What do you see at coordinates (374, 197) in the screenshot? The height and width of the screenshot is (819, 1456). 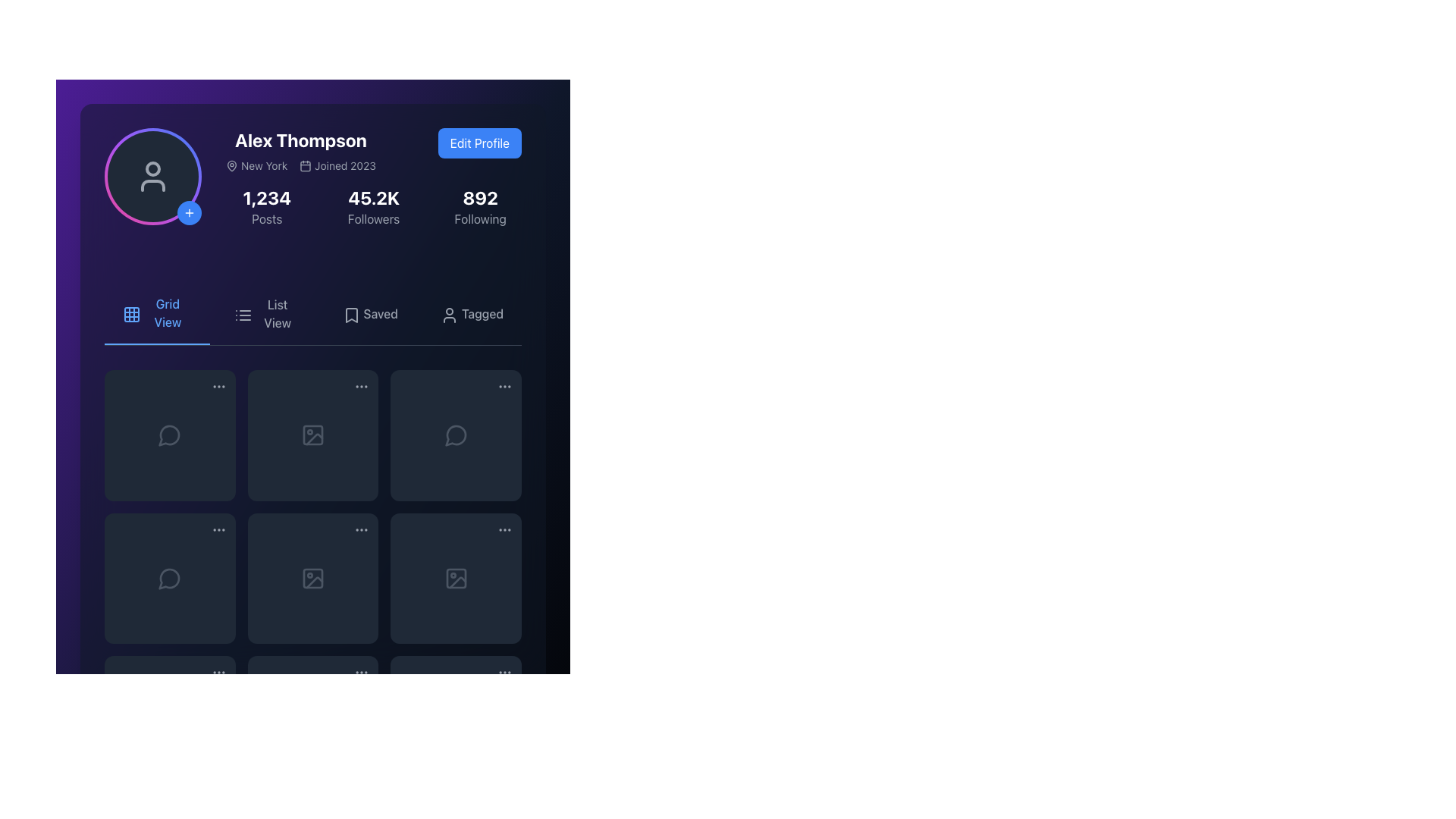 I see `the text label displaying '45.2K'` at bounding box center [374, 197].